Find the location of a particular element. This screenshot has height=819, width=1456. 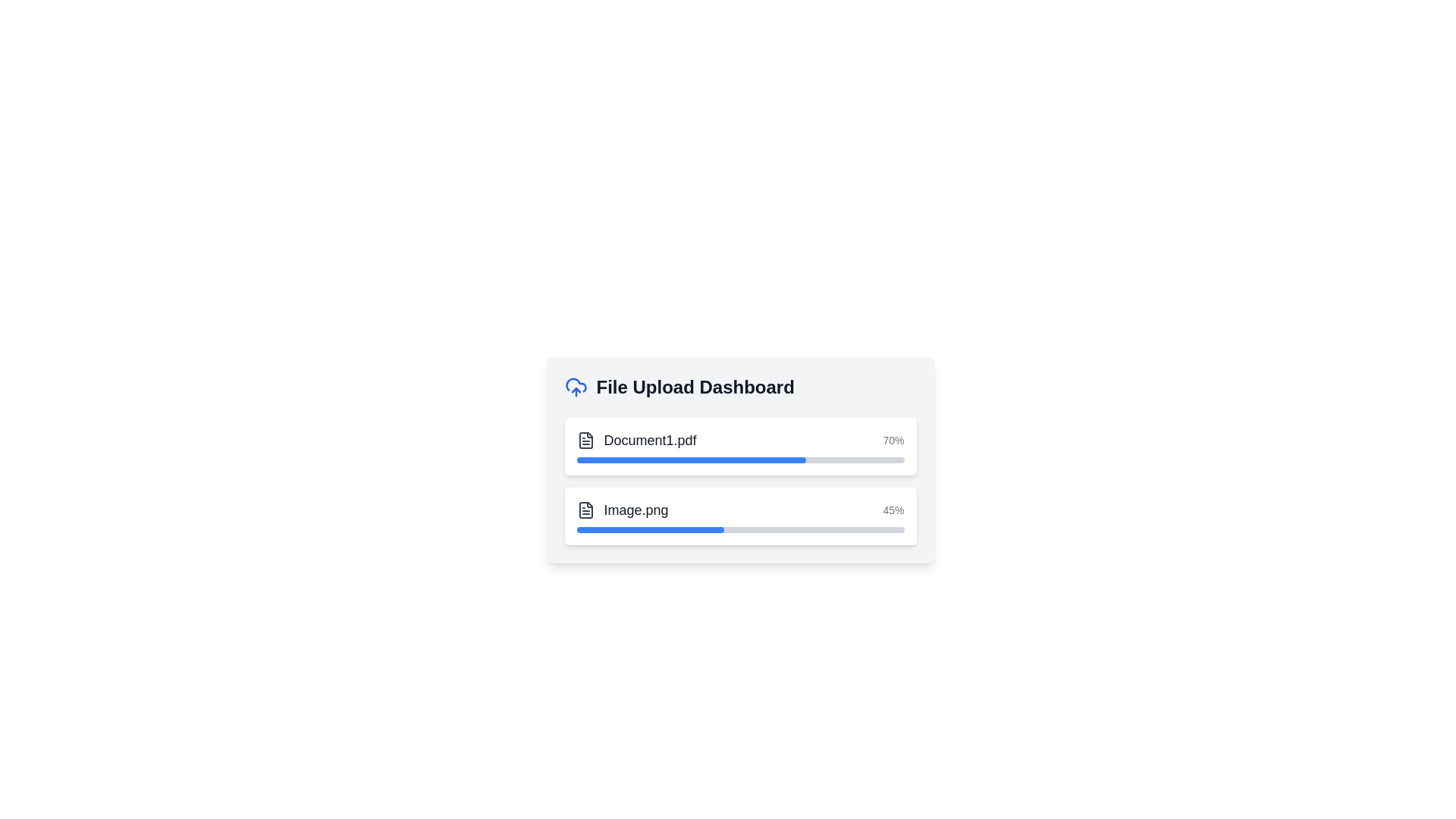

the small, square gray outline icon resembling a document located to the left of the text 'Document1.pdf' to inspect file details is located at coordinates (585, 441).